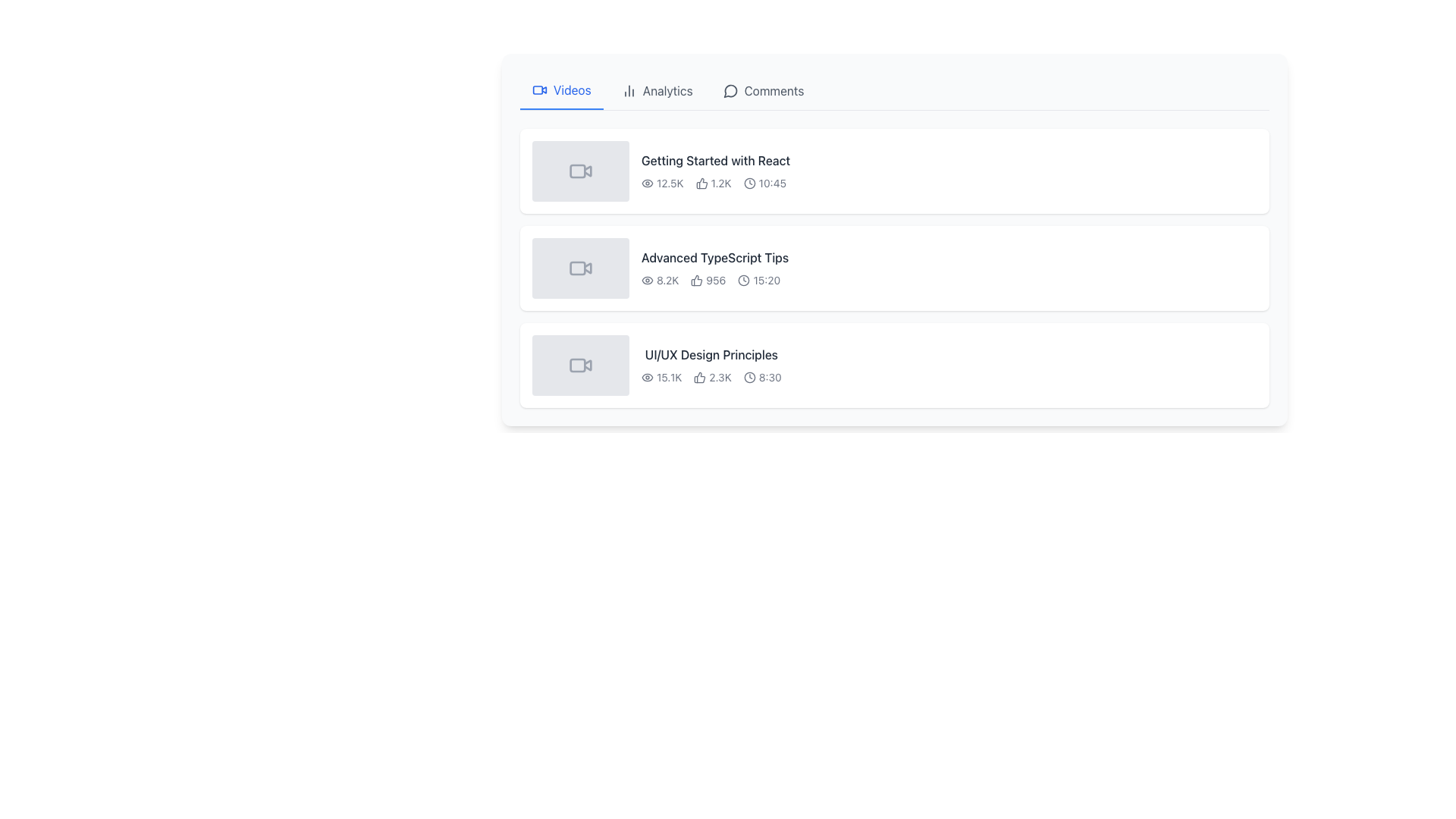 The image size is (1456, 819). I want to click on the 'Analytics' navigation button, which is the second item in the horizontal menu bar, so click(657, 90).